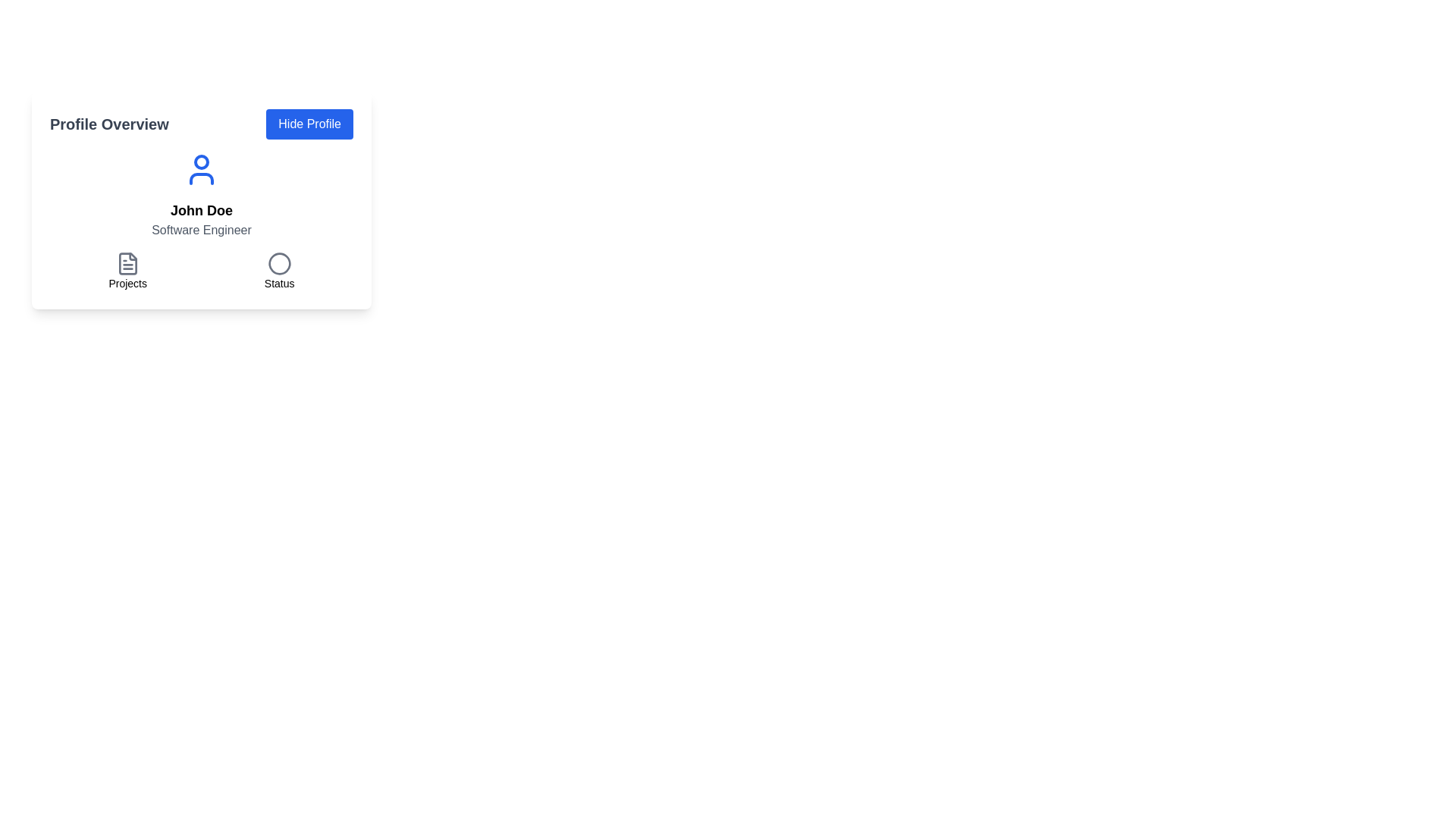 The image size is (1456, 819). Describe the element at coordinates (127, 271) in the screenshot. I see `the 'Projects' icon located in the bottom-left section of the 'Profile Overview' card, which is part of a horizontally aligned set of elements including the 'Status' icon to its right` at that location.